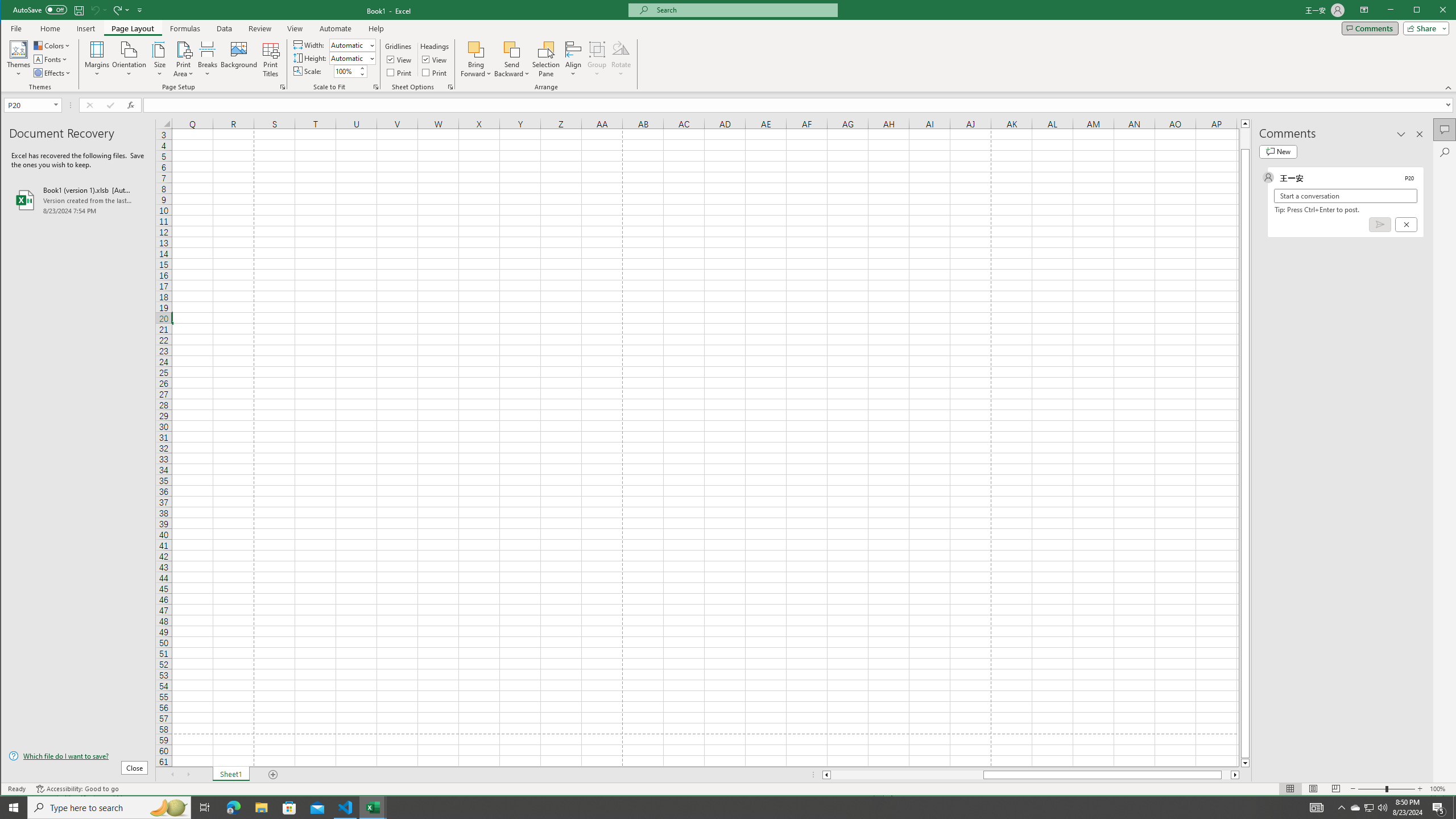 The height and width of the screenshot is (819, 1456). What do you see at coordinates (349, 58) in the screenshot?
I see `'Height'` at bounding box center [349, 58].